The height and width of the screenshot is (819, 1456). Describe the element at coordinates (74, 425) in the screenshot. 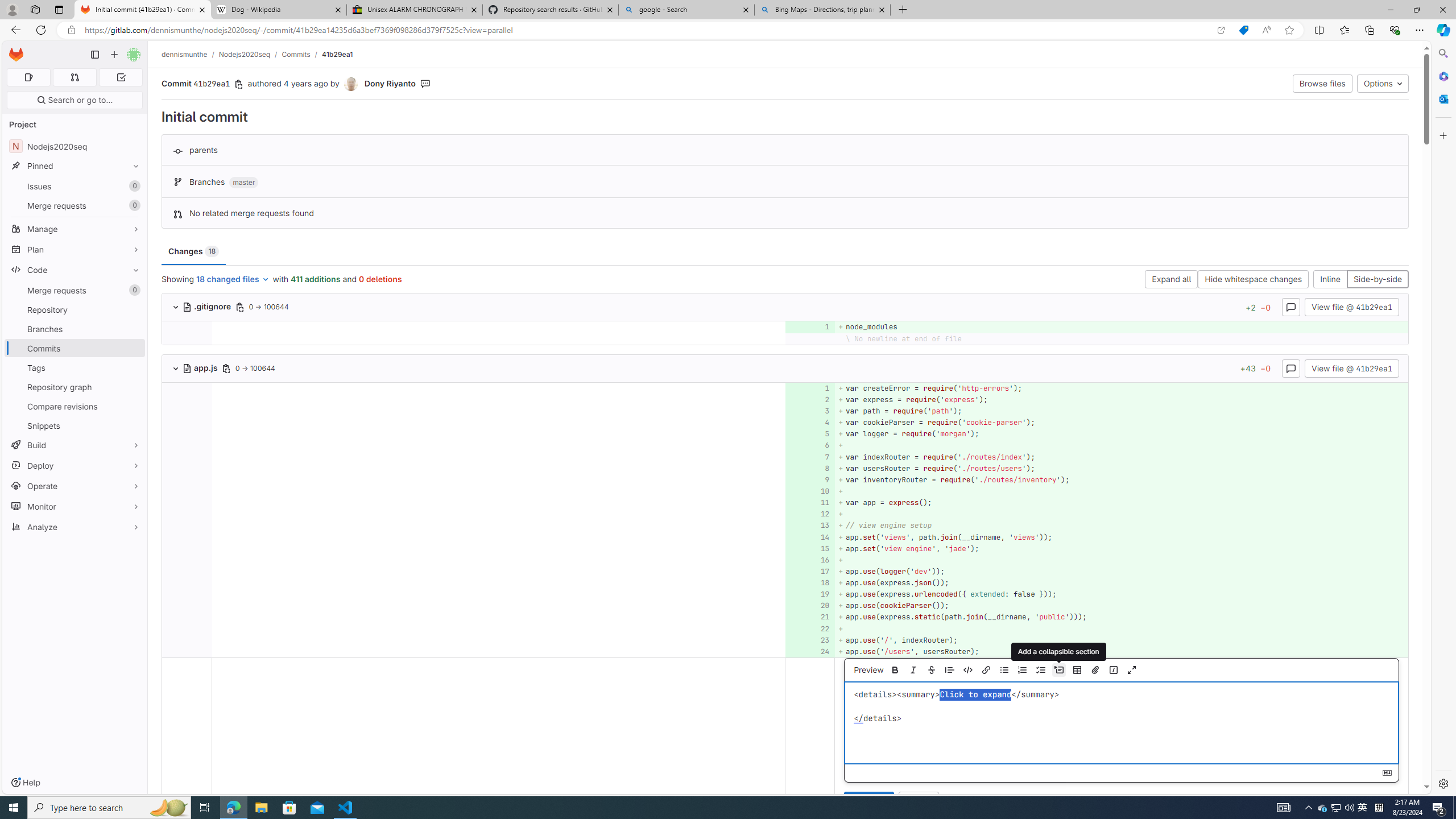

I see `'Snippets'` at that location.